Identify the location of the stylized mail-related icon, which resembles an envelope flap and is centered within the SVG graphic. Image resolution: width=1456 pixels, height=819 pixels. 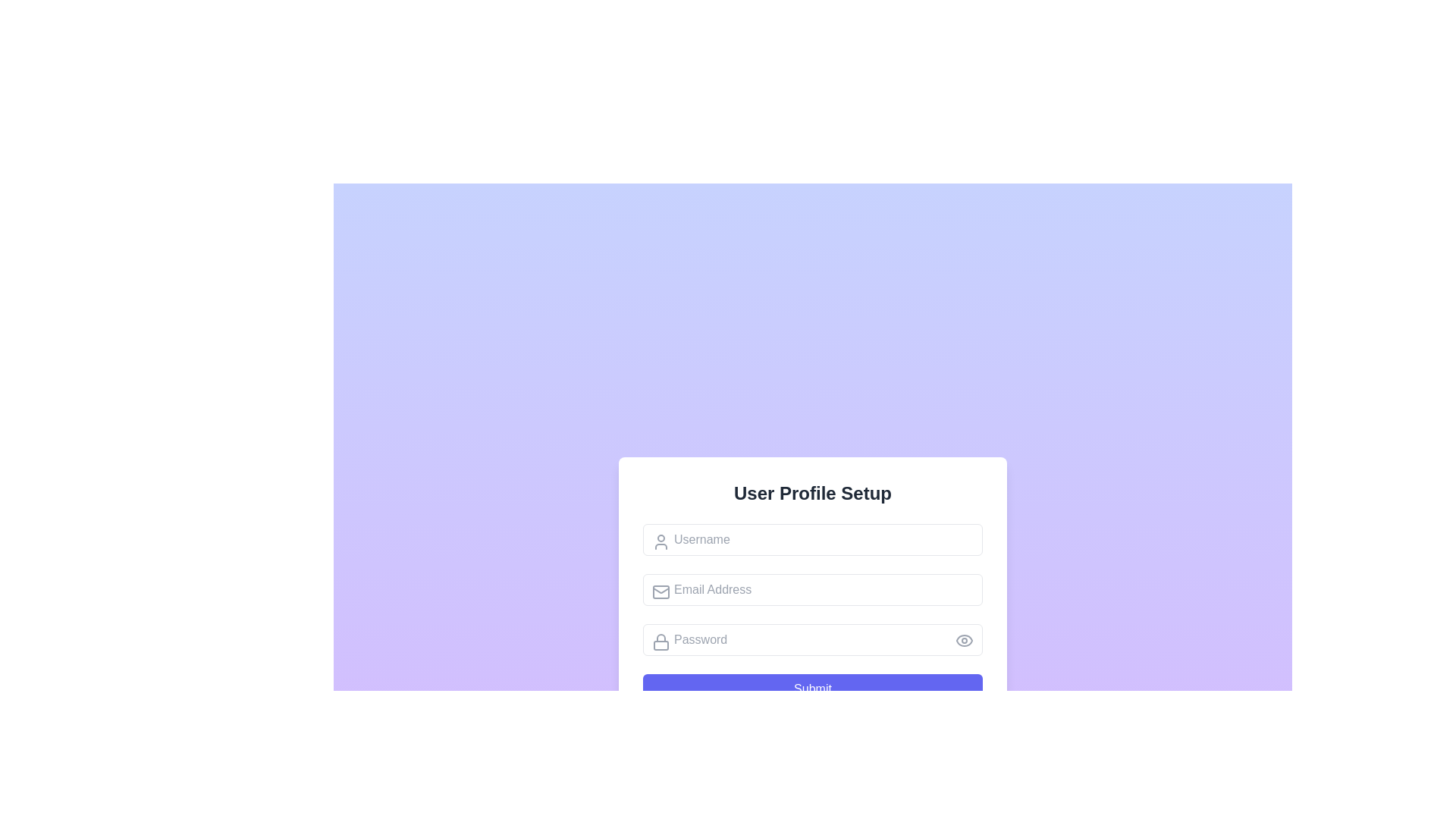
(661, 589).